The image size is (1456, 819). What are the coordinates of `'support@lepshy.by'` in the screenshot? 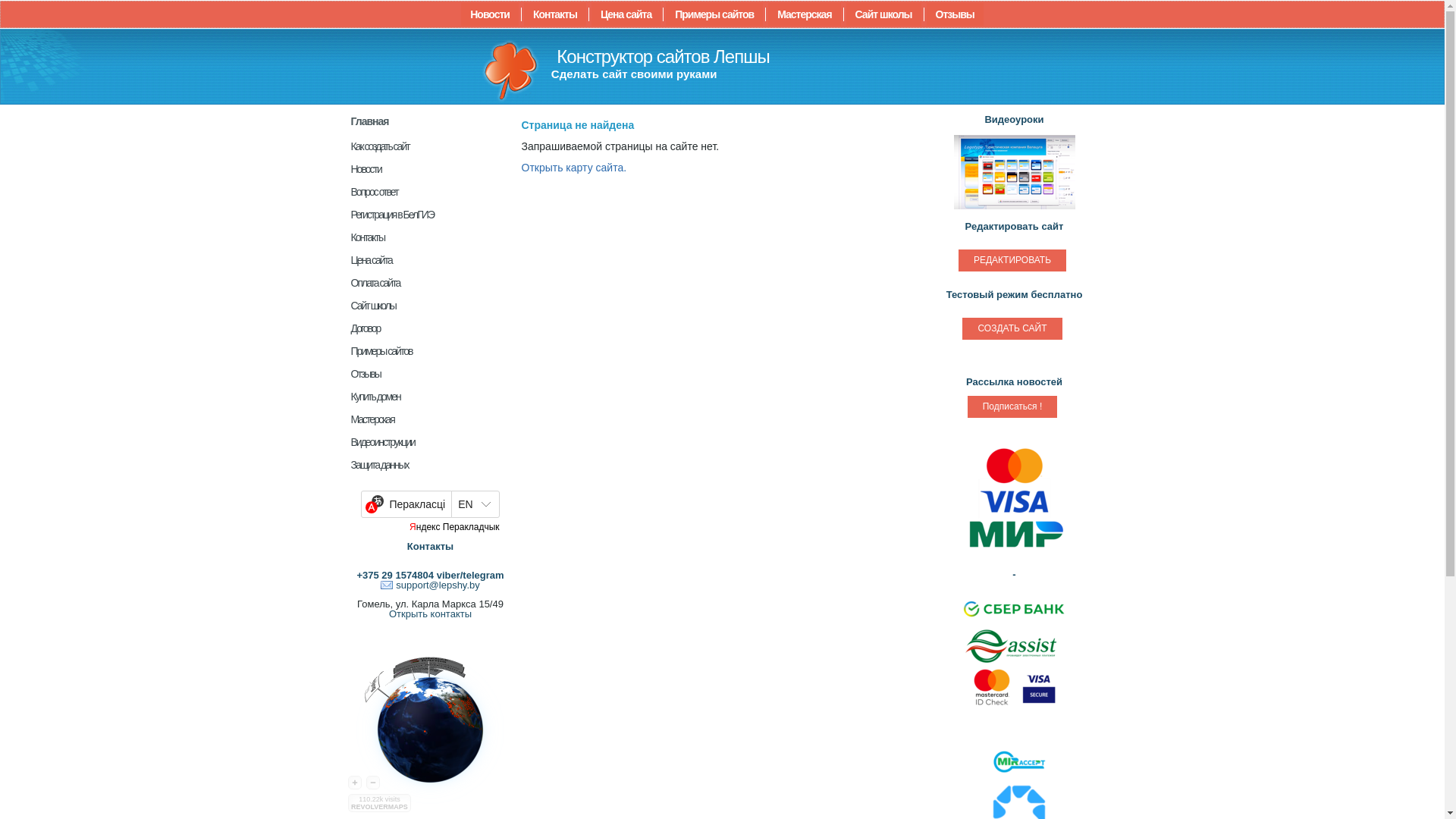 It's located at (429, 584).